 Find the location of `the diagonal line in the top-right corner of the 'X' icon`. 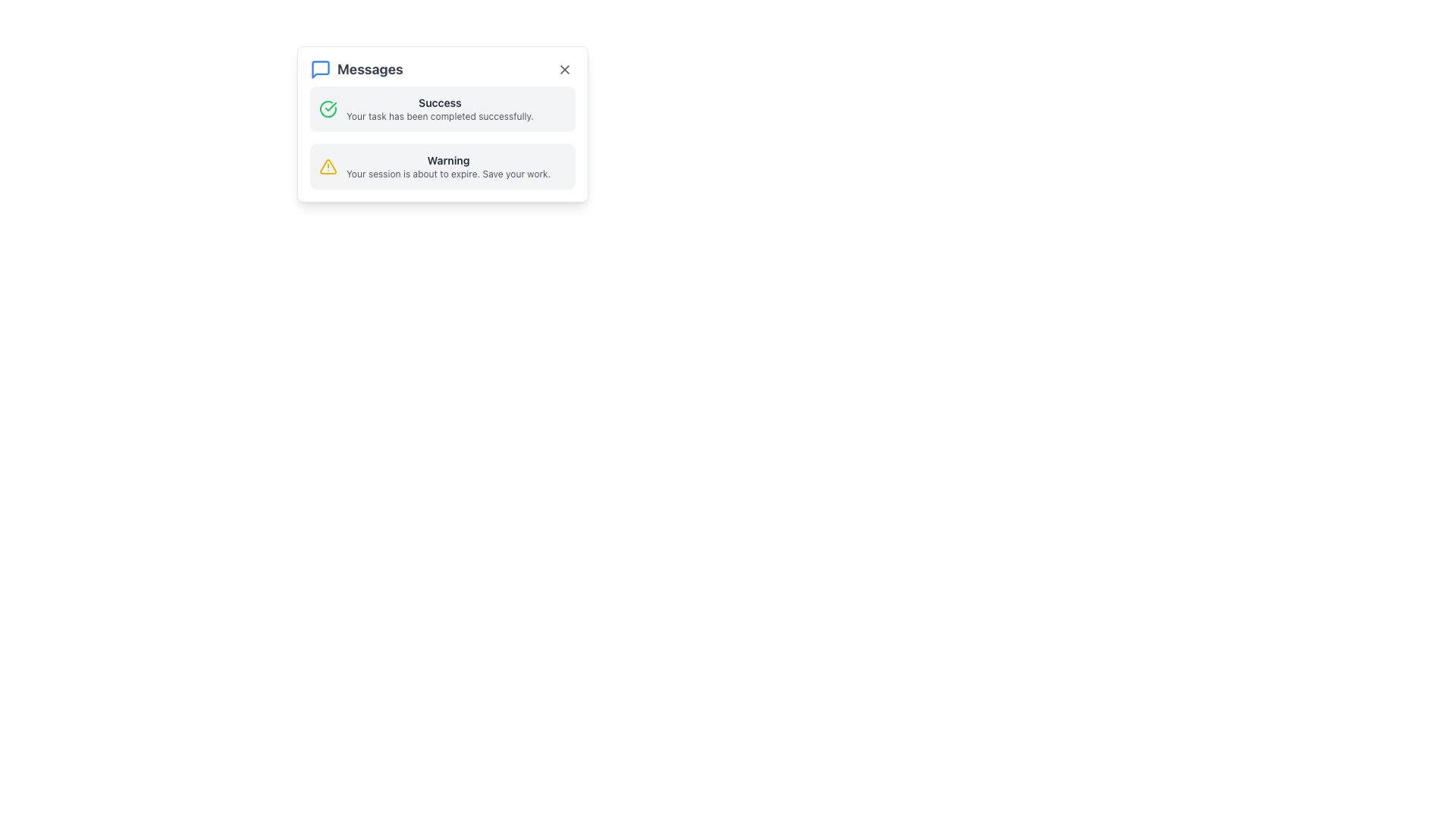

the diagonal line in the top-right corner of the 'X' icon is located at coordinates (563, 70).